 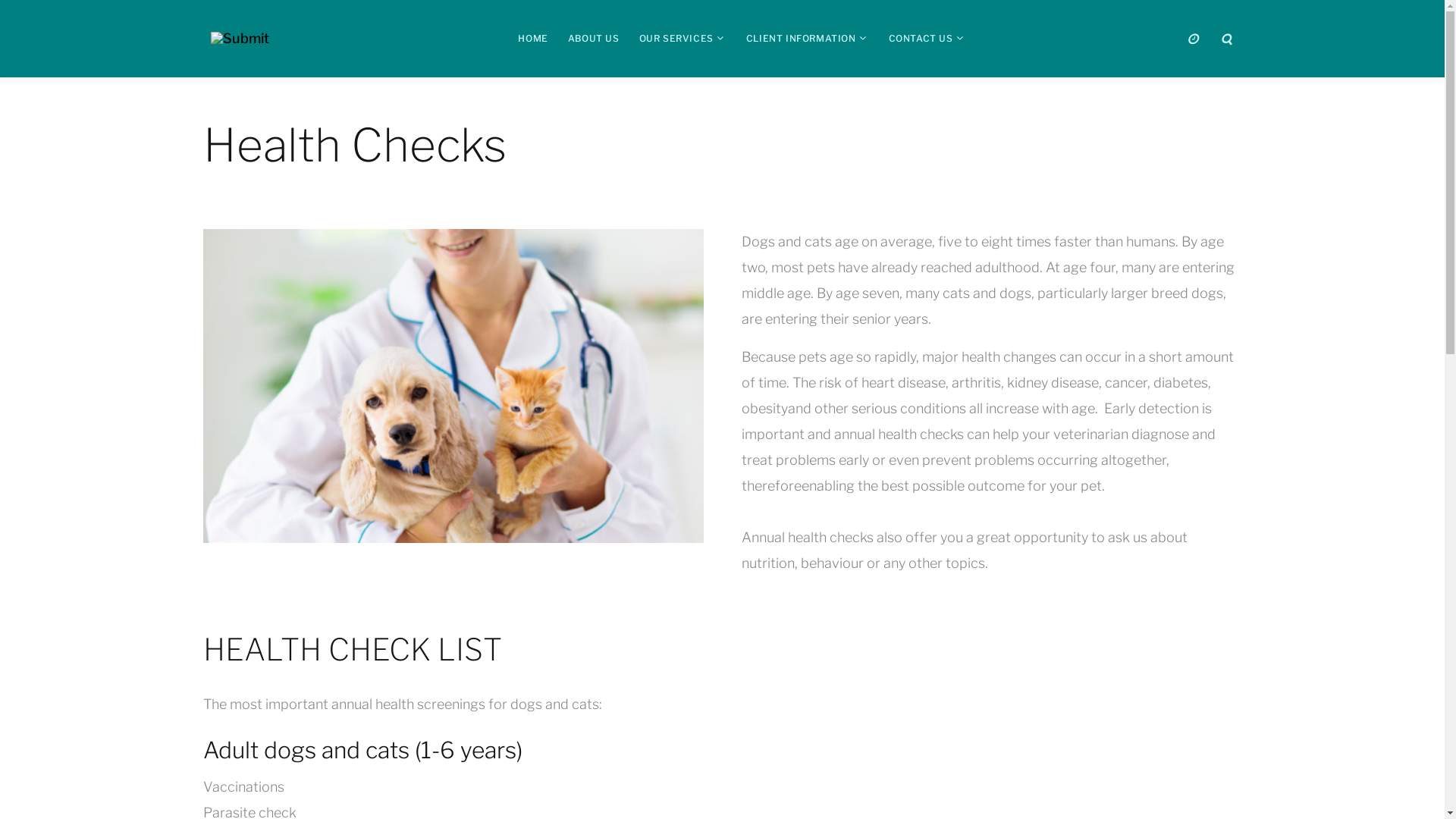 What do you see at coordinates (800, 37) in the screenshot?
I see `'CLIENT INFORMATION'` at bounding box center [800, 37].